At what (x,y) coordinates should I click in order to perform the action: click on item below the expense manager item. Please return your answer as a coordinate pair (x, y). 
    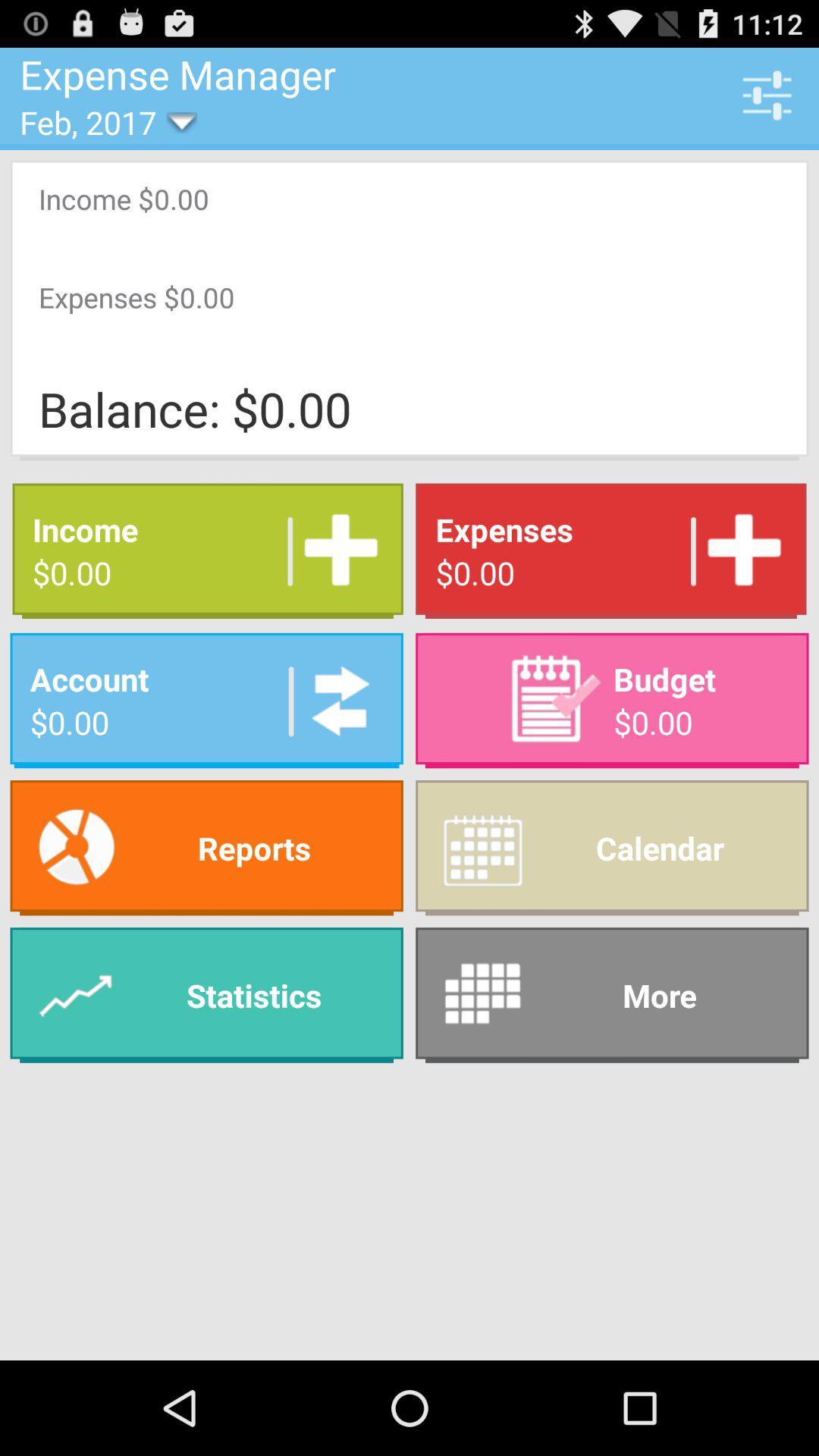
    Looking at the image, I should click on (99, 122).